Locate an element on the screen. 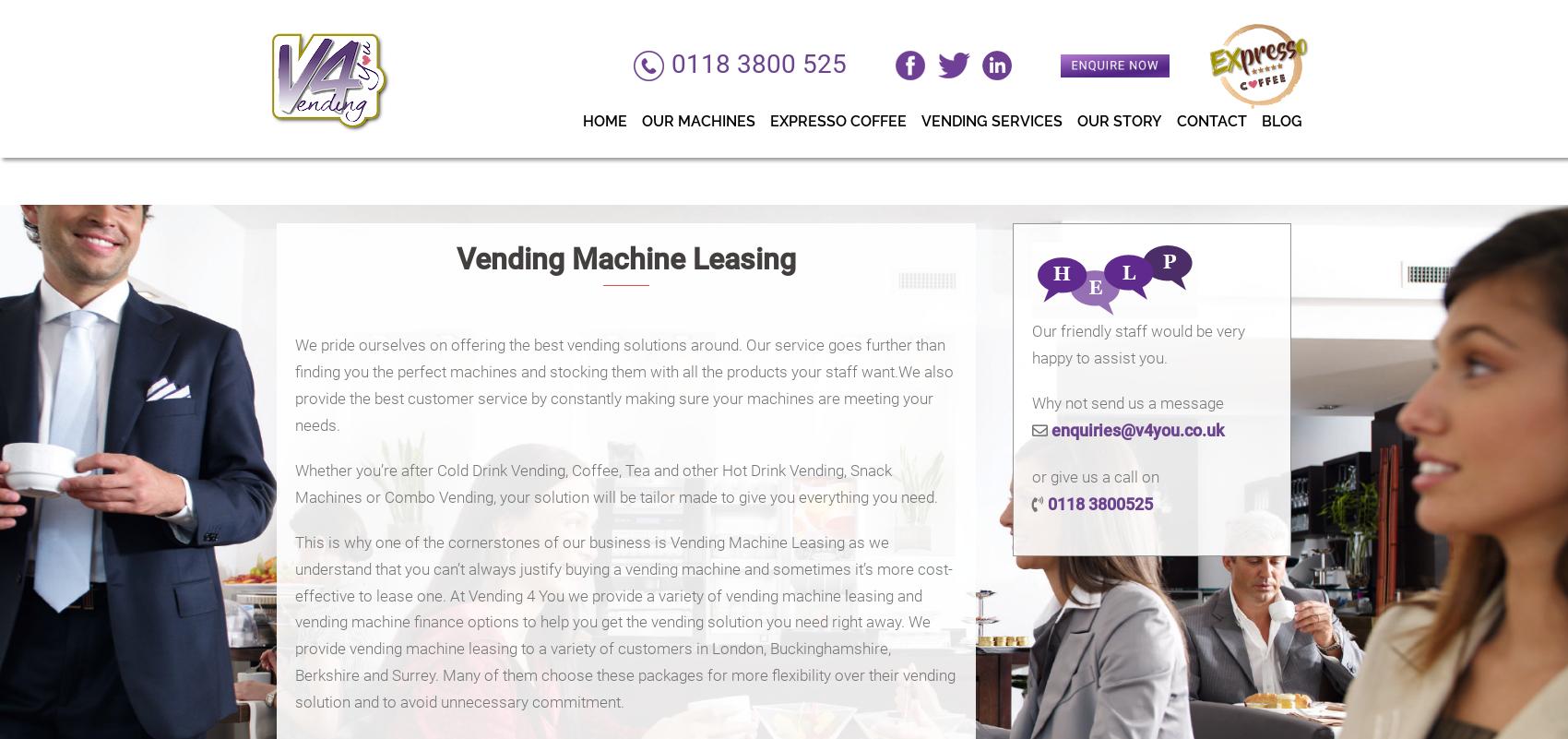 The image size is (1568, 739). 'Vending Machine Leasing' is located at coordinates (625, 257).